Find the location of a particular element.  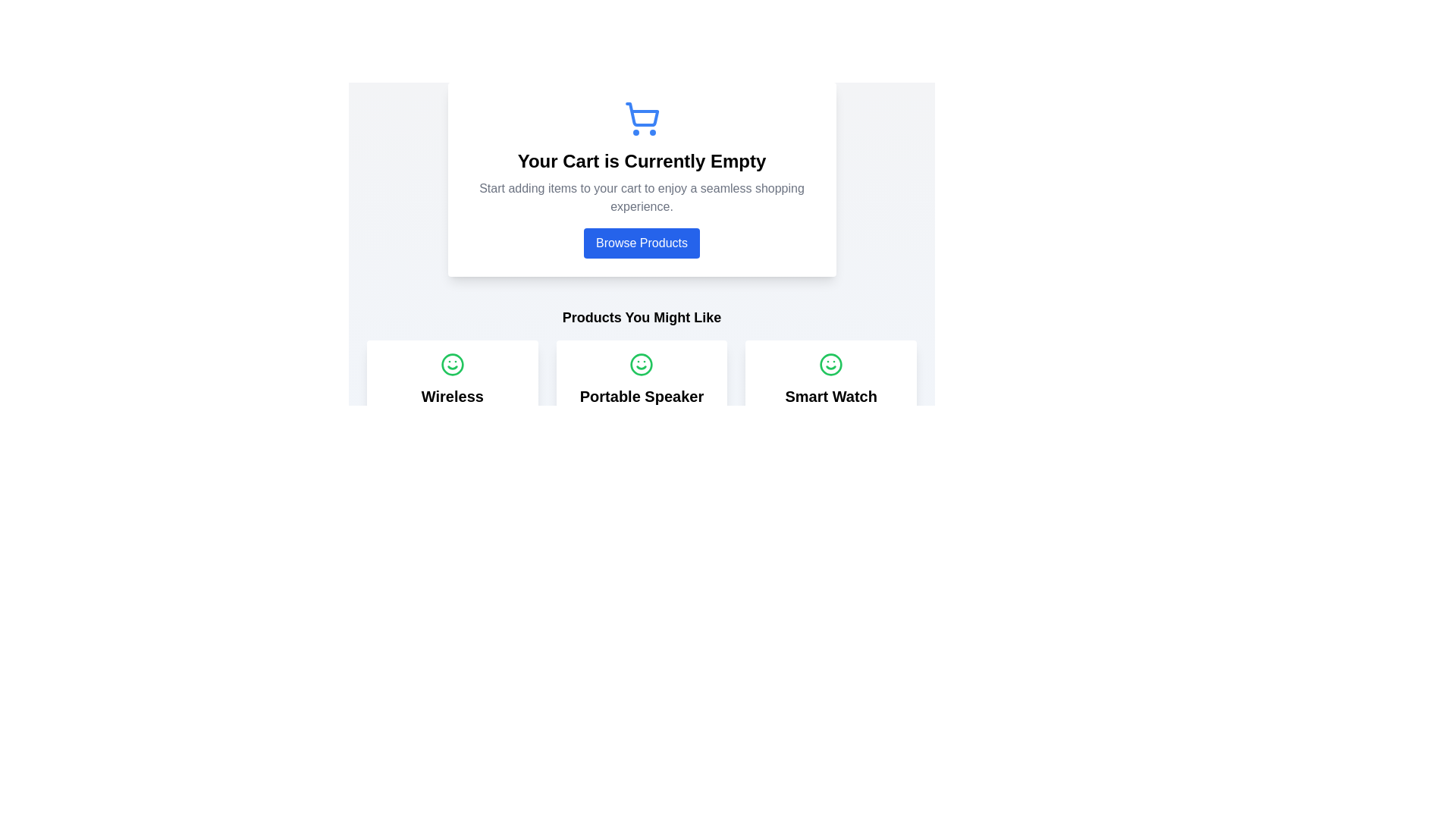

the text label displaying 'Wireless Headphones', which is centrally positioned below a green smiley icon and above the price '$49.99' in the product card layout is located at coordinates (451, 406).